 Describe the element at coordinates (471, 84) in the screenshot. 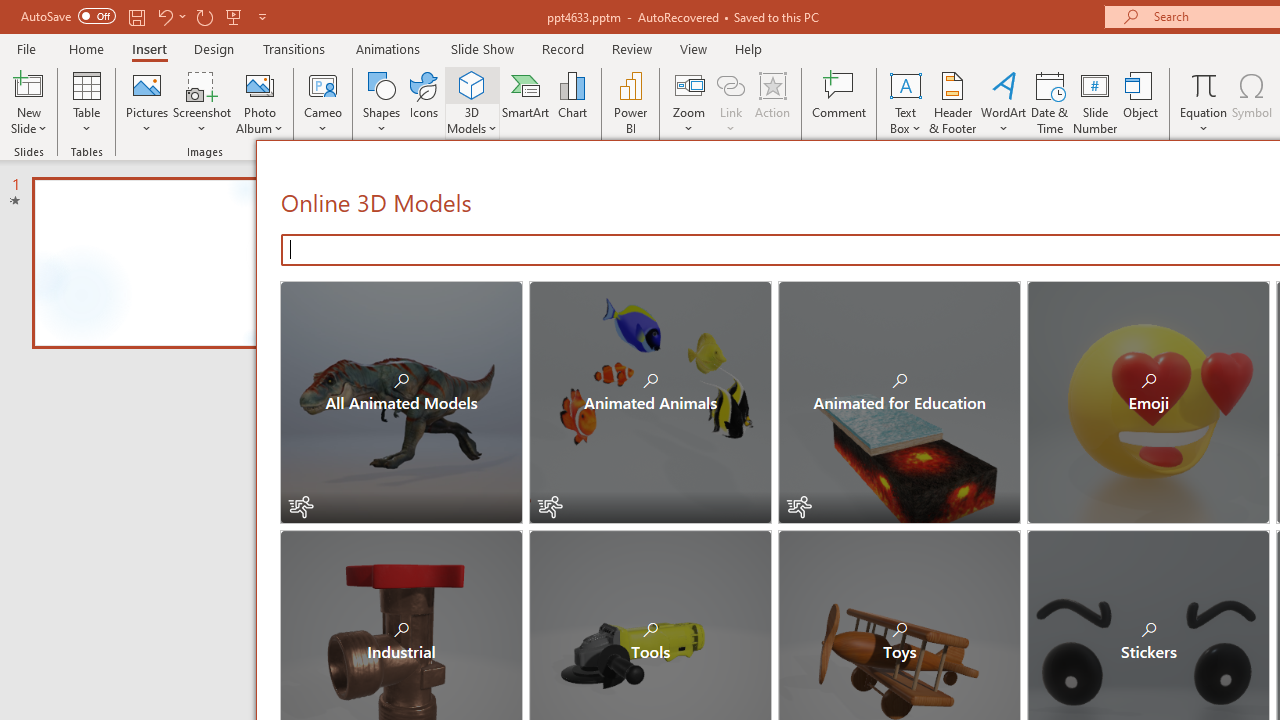

I see `'3D Models'` at that location.